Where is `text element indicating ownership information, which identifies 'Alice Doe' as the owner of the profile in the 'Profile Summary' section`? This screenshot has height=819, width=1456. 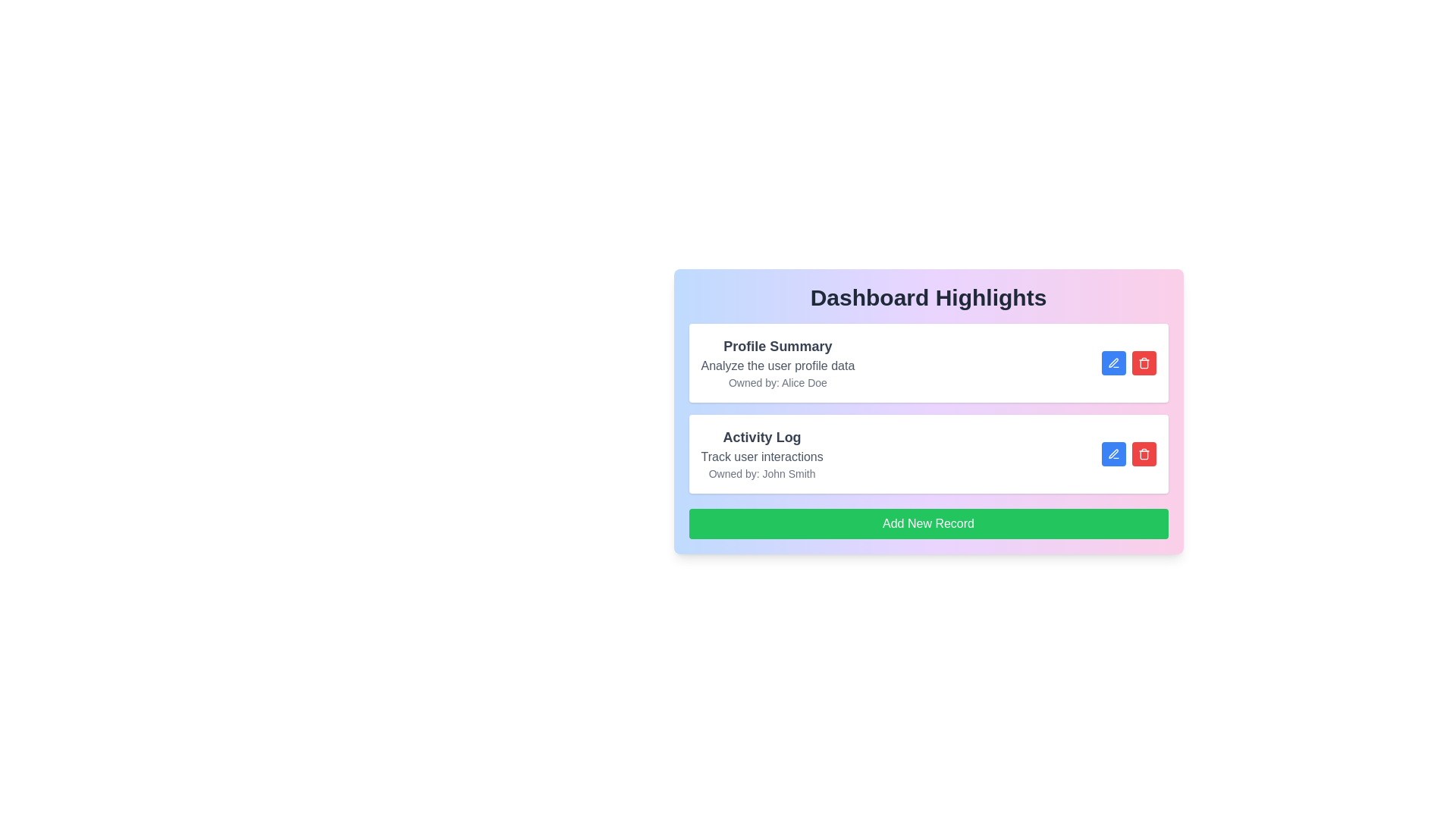
text element indicating ownership information, which identifies 'Alice Doe' as the owner of the profile in the 'Profile Summary' section is located at coordinates (777, 382).